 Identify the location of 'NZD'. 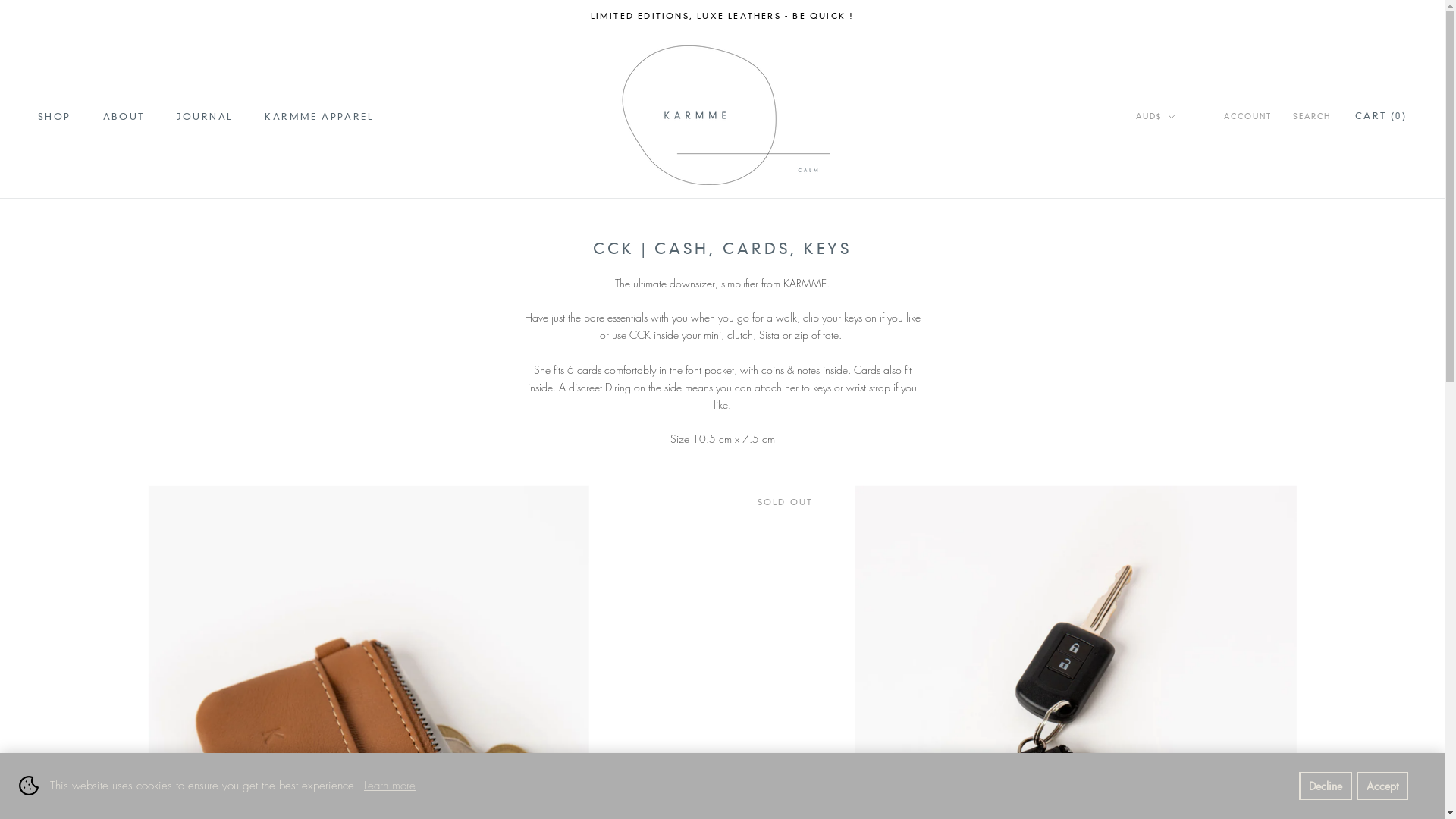
(1175, 187).